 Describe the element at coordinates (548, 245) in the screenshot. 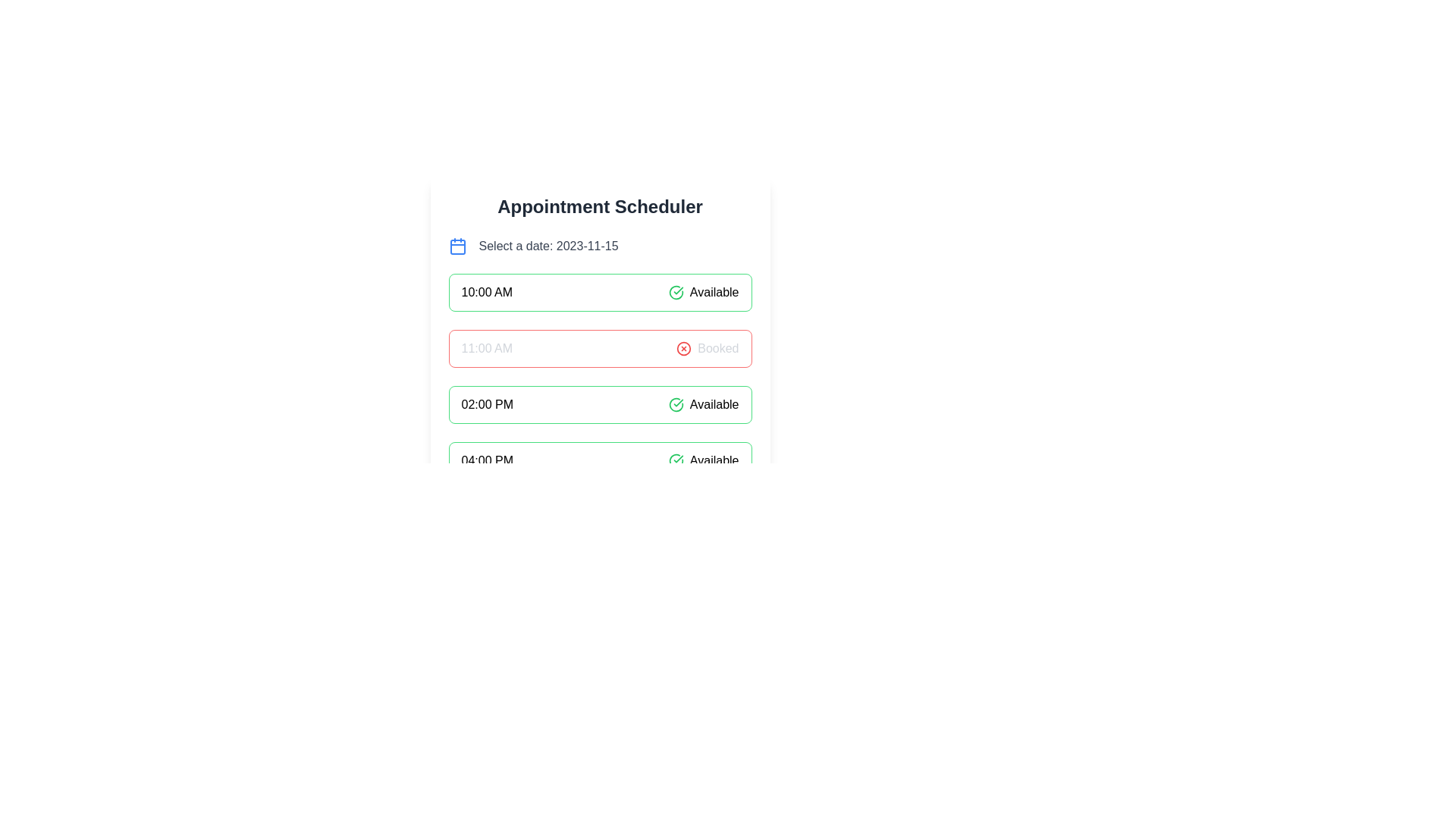

I see `the Text Label that indicates the currently selected date in the date-picker interface, located below the heading 'Appointment Scheduler' and aligned with a calendar icon` at that location.